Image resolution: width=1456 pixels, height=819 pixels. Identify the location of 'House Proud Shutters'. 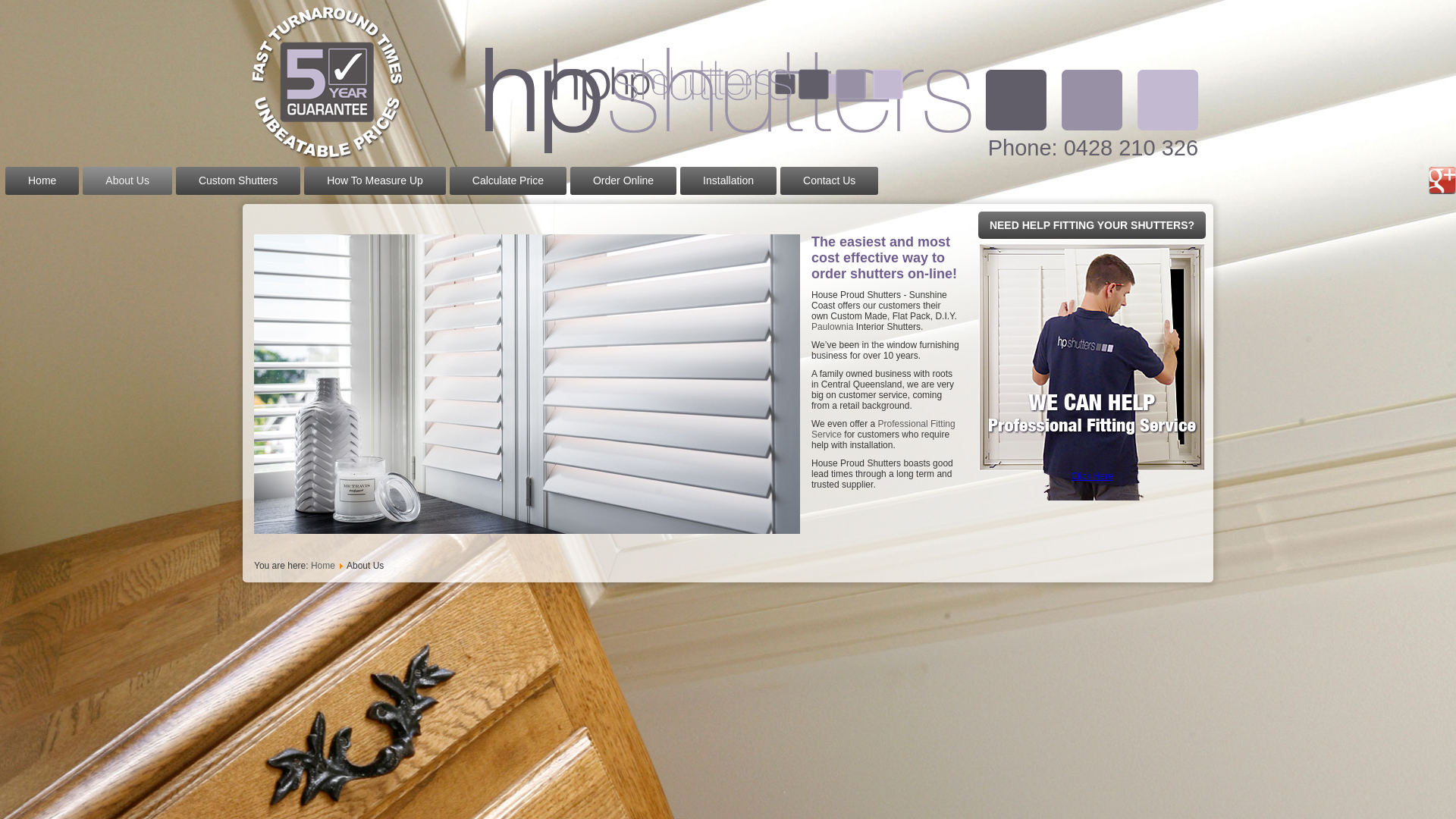
(607, 62).